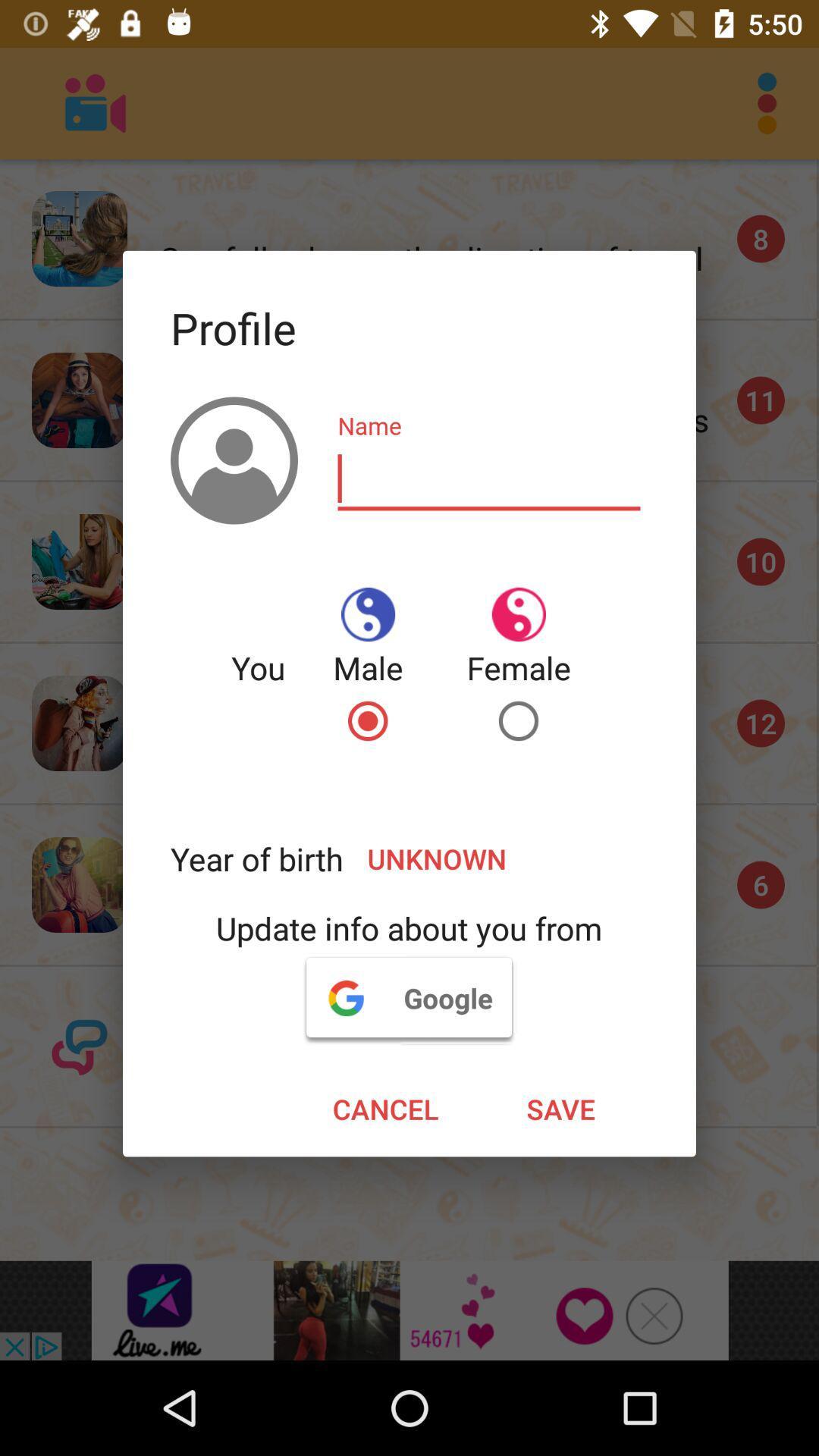 The height and width of the screenshot is (1456, 819). What do you see at coordinates (384, 1109) in the screenshot?
I see `the item below google` at bounding box center [384, 1109].